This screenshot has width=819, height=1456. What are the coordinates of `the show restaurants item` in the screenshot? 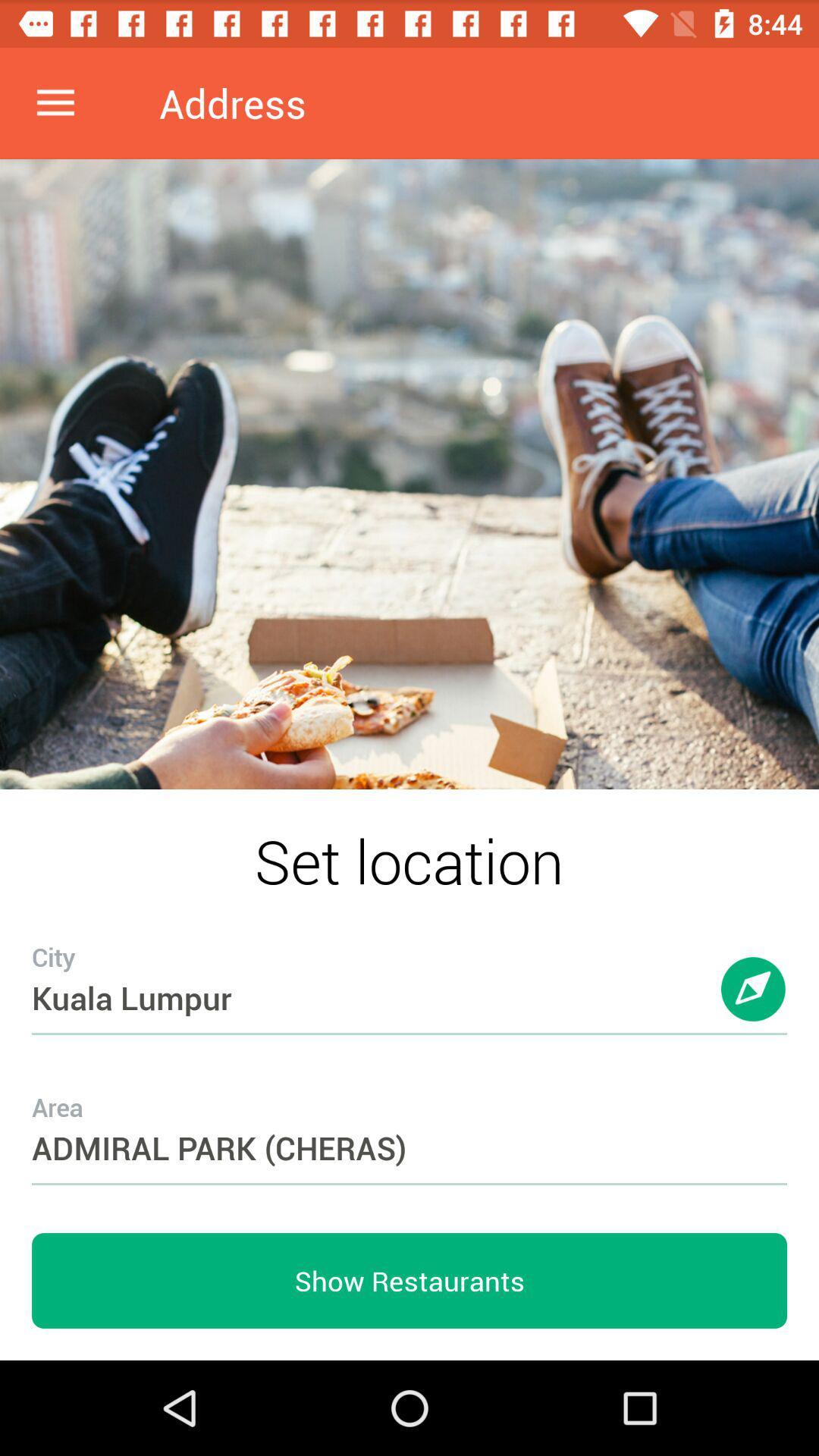 It's located at (409, 1280).